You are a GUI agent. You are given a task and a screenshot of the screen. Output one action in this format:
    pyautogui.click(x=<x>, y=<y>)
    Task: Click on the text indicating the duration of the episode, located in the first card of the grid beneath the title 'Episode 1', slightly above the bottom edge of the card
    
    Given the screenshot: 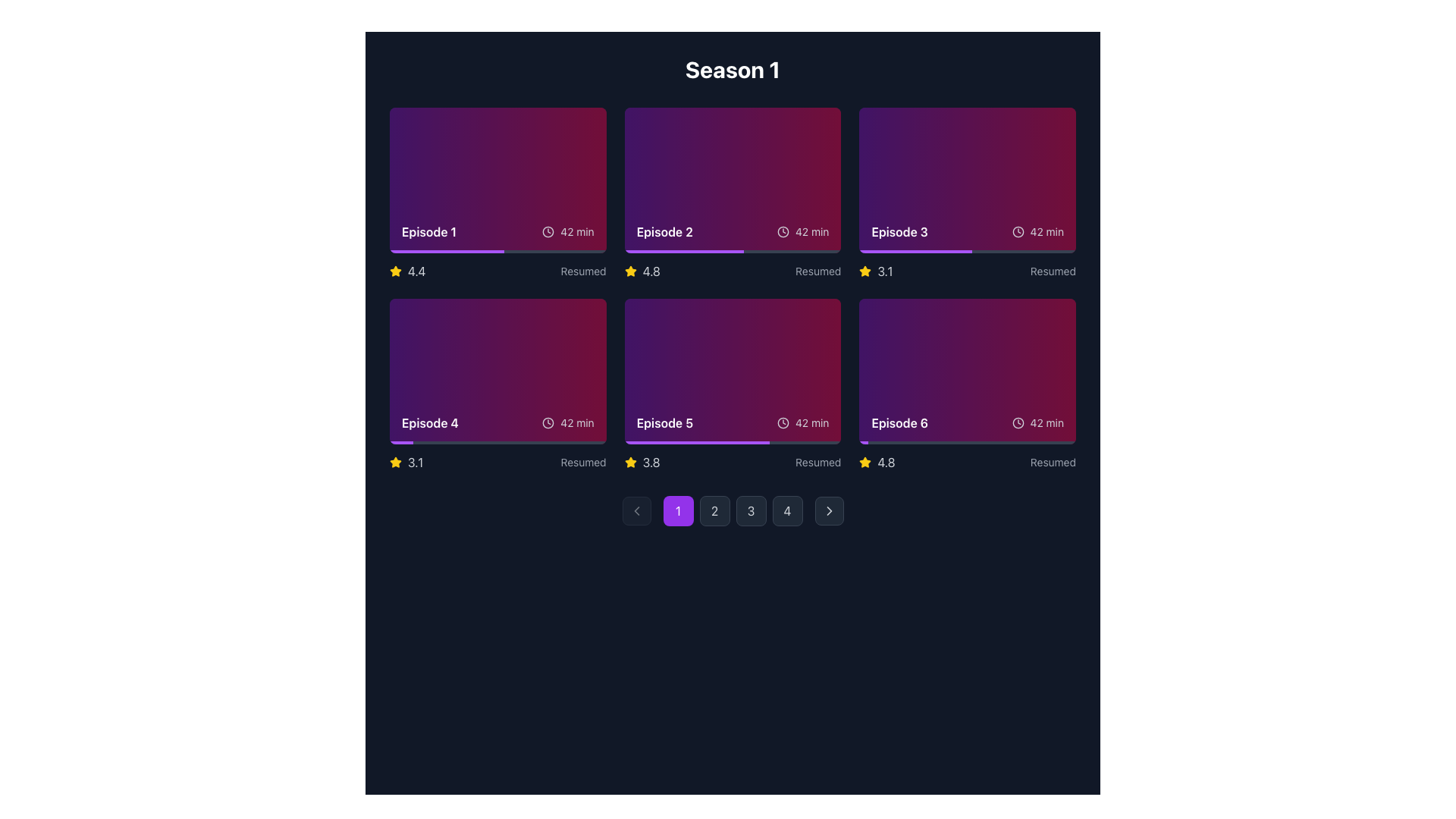 What is the action you would take?
    pyautogui.click(x=567, y=231)
    